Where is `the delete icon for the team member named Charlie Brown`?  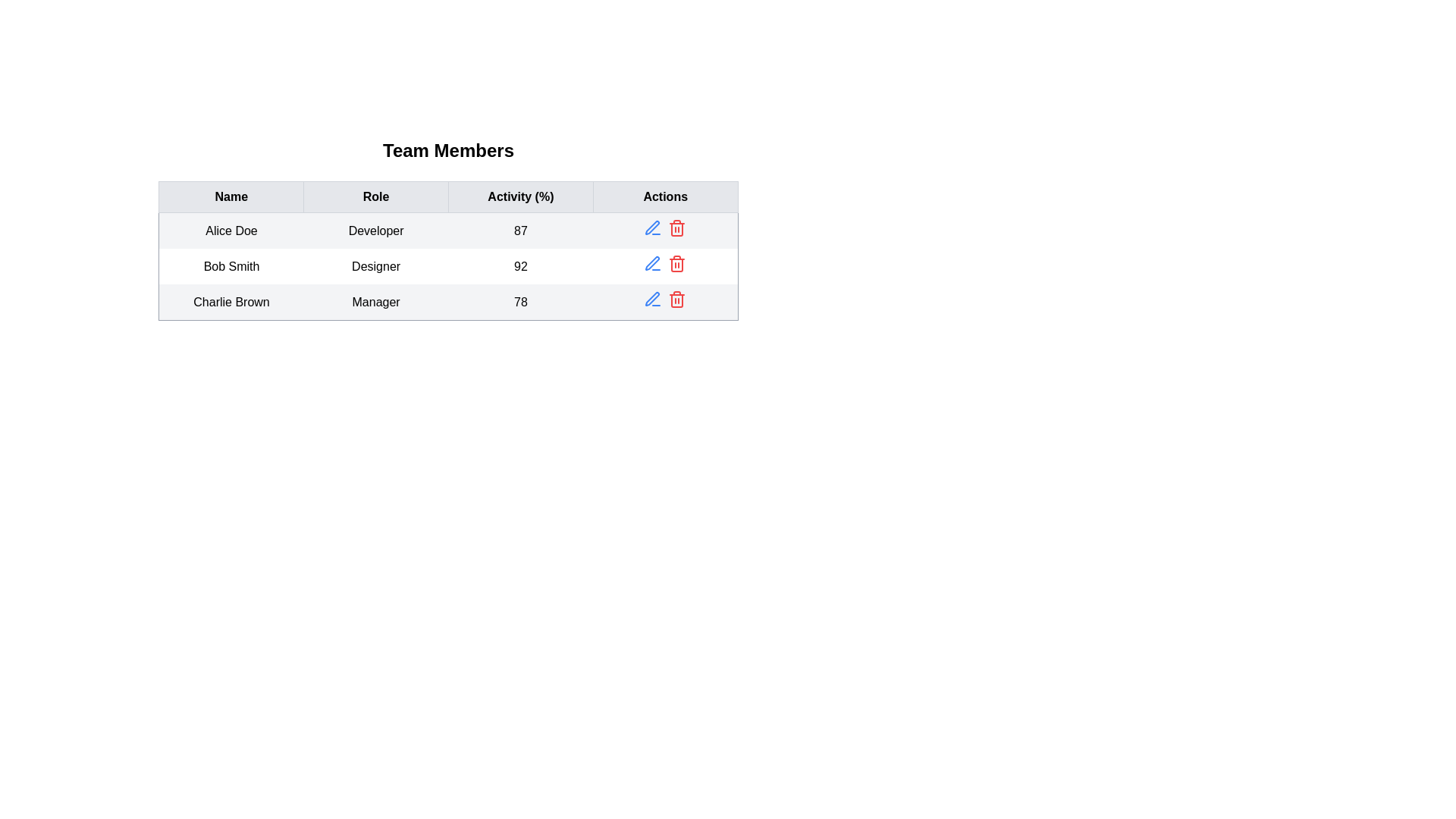
the delete icon for the team member named Charlie Brown is located at coordinates (676, 299).